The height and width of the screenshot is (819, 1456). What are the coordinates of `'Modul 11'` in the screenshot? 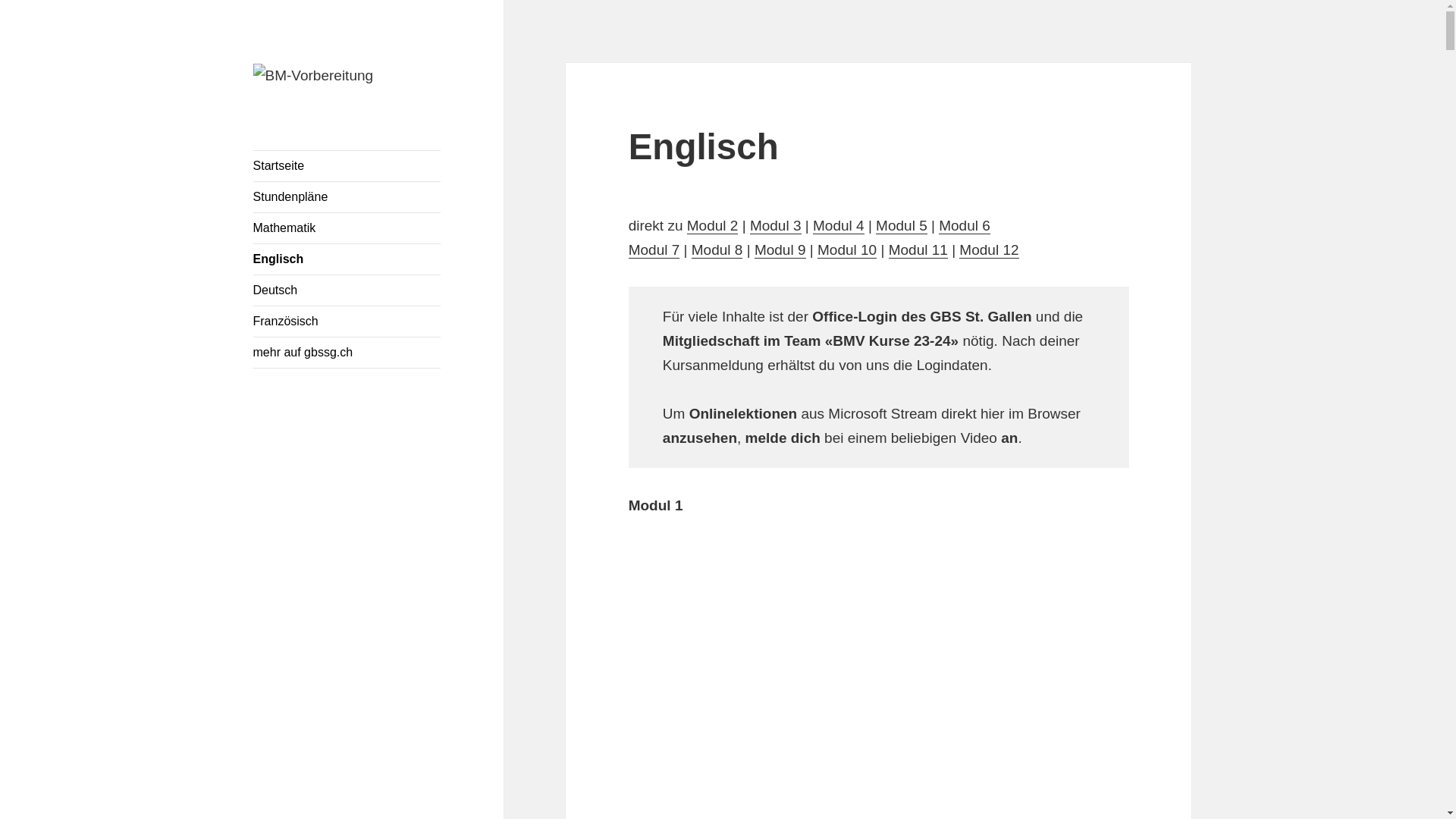 It's located at (917, 249).